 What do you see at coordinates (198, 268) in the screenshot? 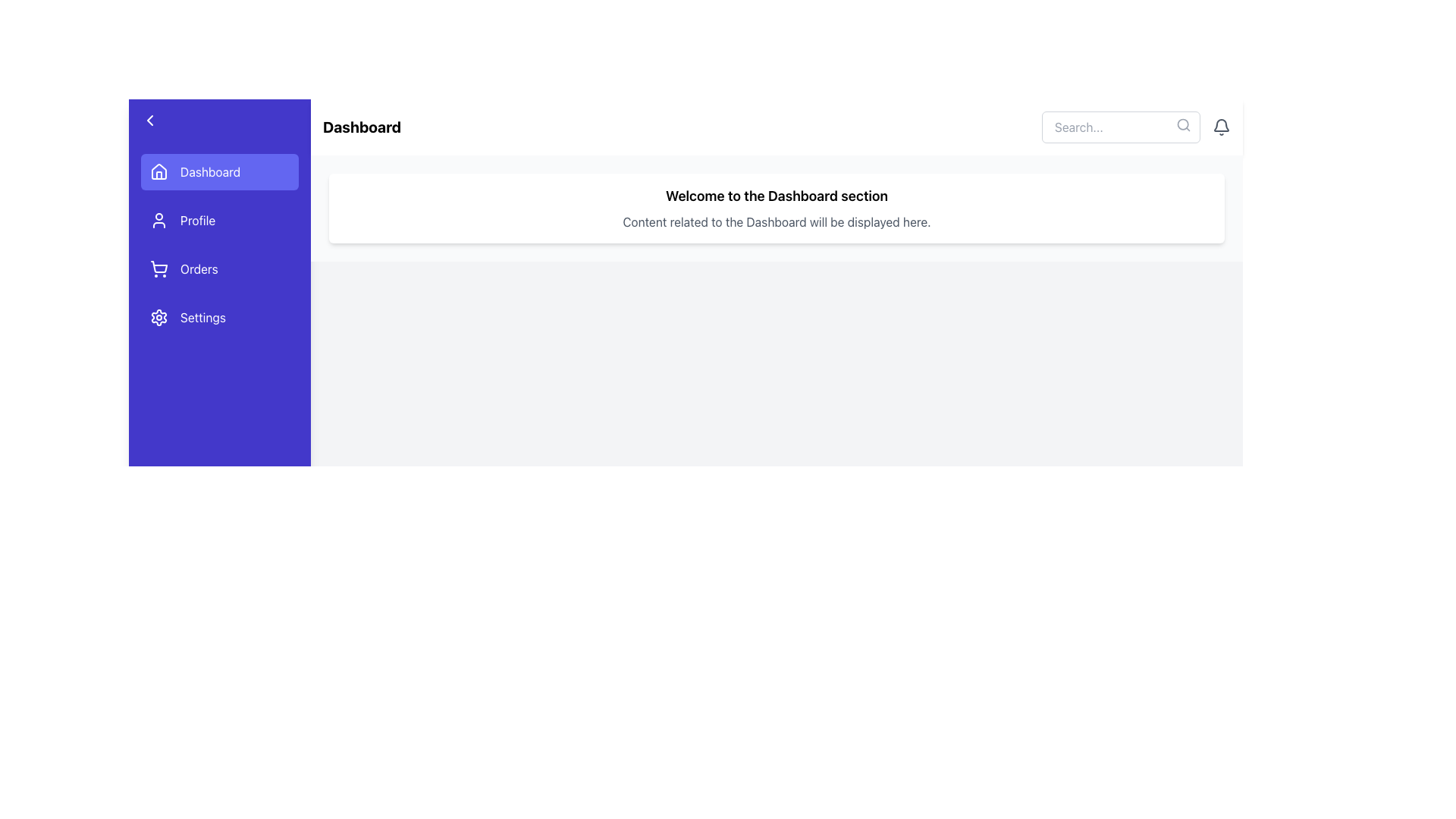
I see `the 'Orders' text label, which is displayed in white font on a blue background, located on the left sidebar under 'Profile' and above 'Settings'` at bounding box center [198, 268].